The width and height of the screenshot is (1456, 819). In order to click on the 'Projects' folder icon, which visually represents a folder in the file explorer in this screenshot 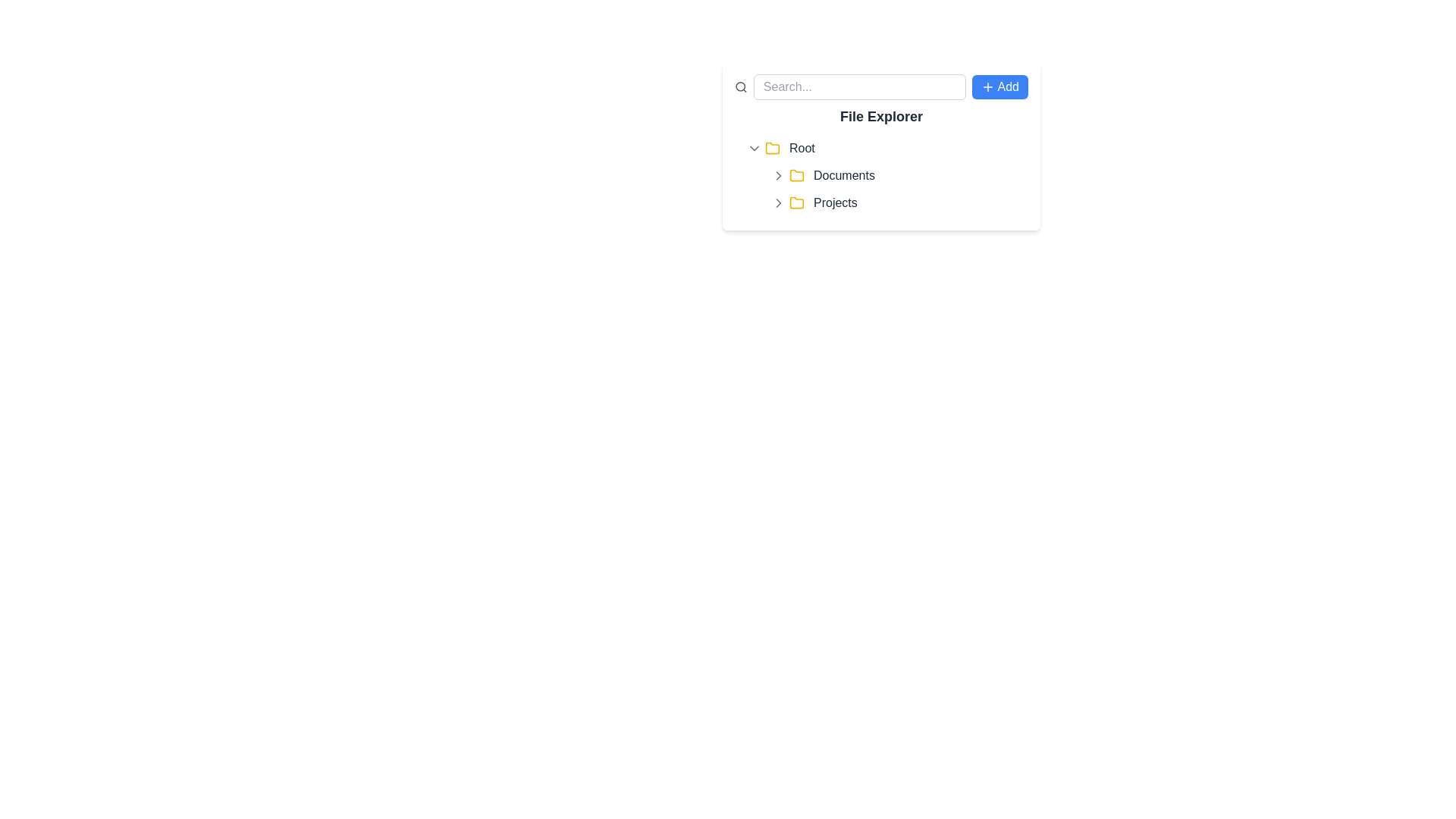, I will do `click(796, 201)`.